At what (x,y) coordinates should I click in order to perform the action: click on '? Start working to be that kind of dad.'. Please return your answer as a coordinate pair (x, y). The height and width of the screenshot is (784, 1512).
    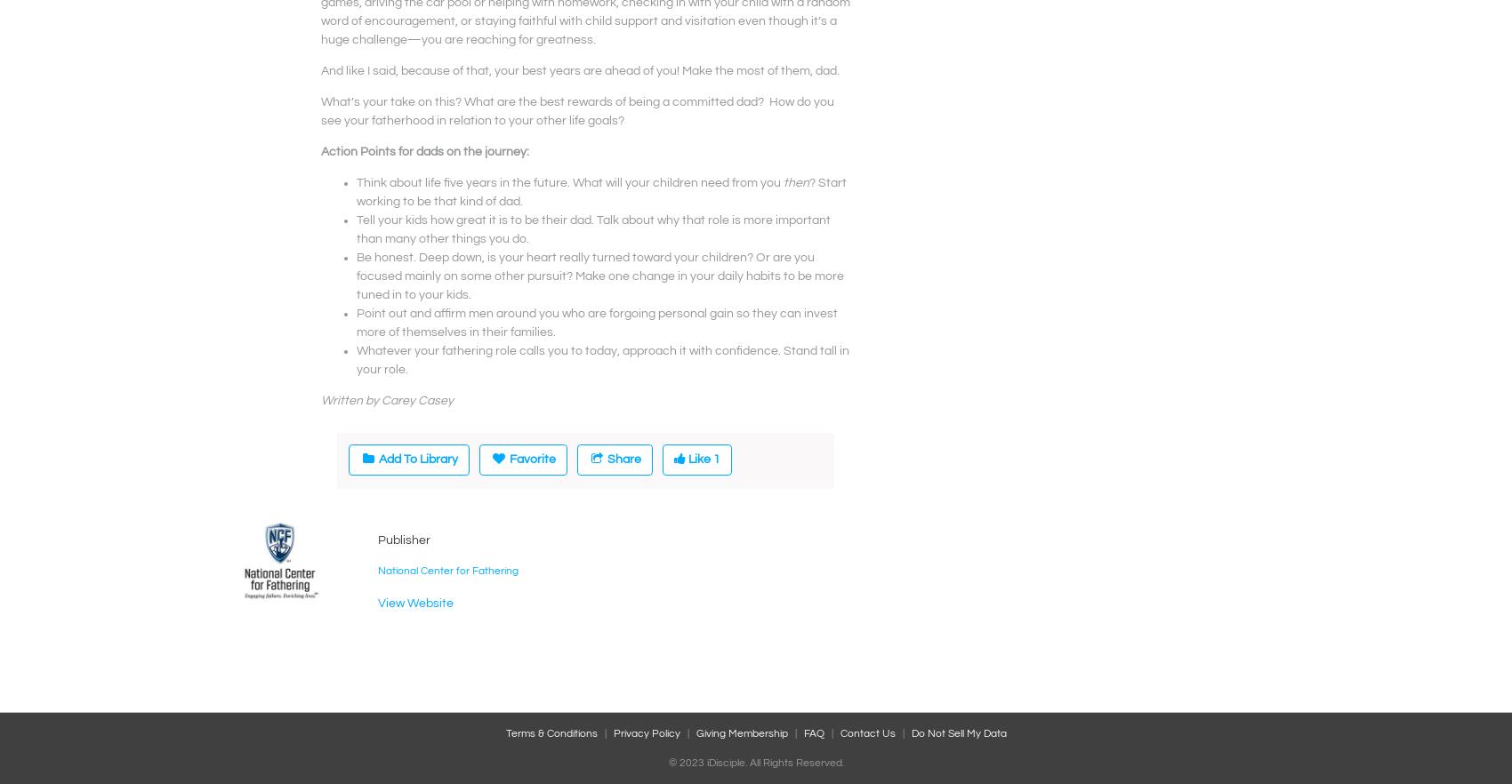
    Looking at the image, I should click on (601, 191).